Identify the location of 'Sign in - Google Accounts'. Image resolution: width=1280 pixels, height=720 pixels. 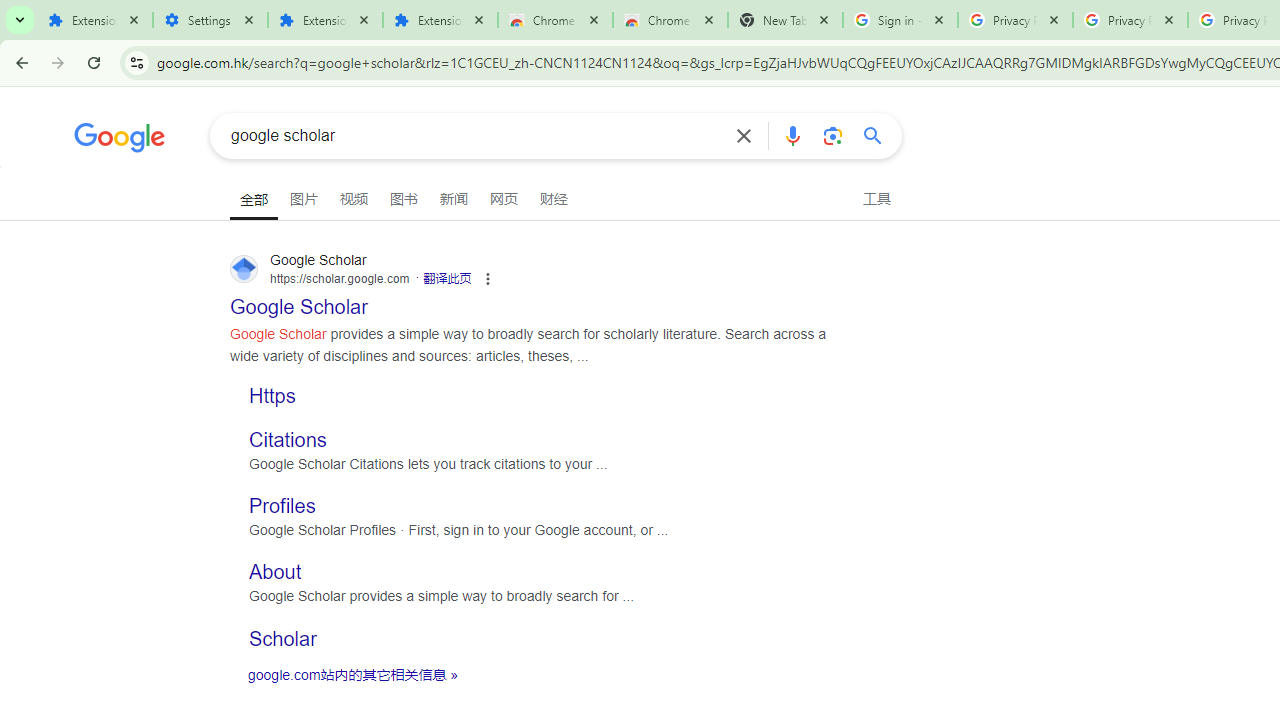
(899, 20).